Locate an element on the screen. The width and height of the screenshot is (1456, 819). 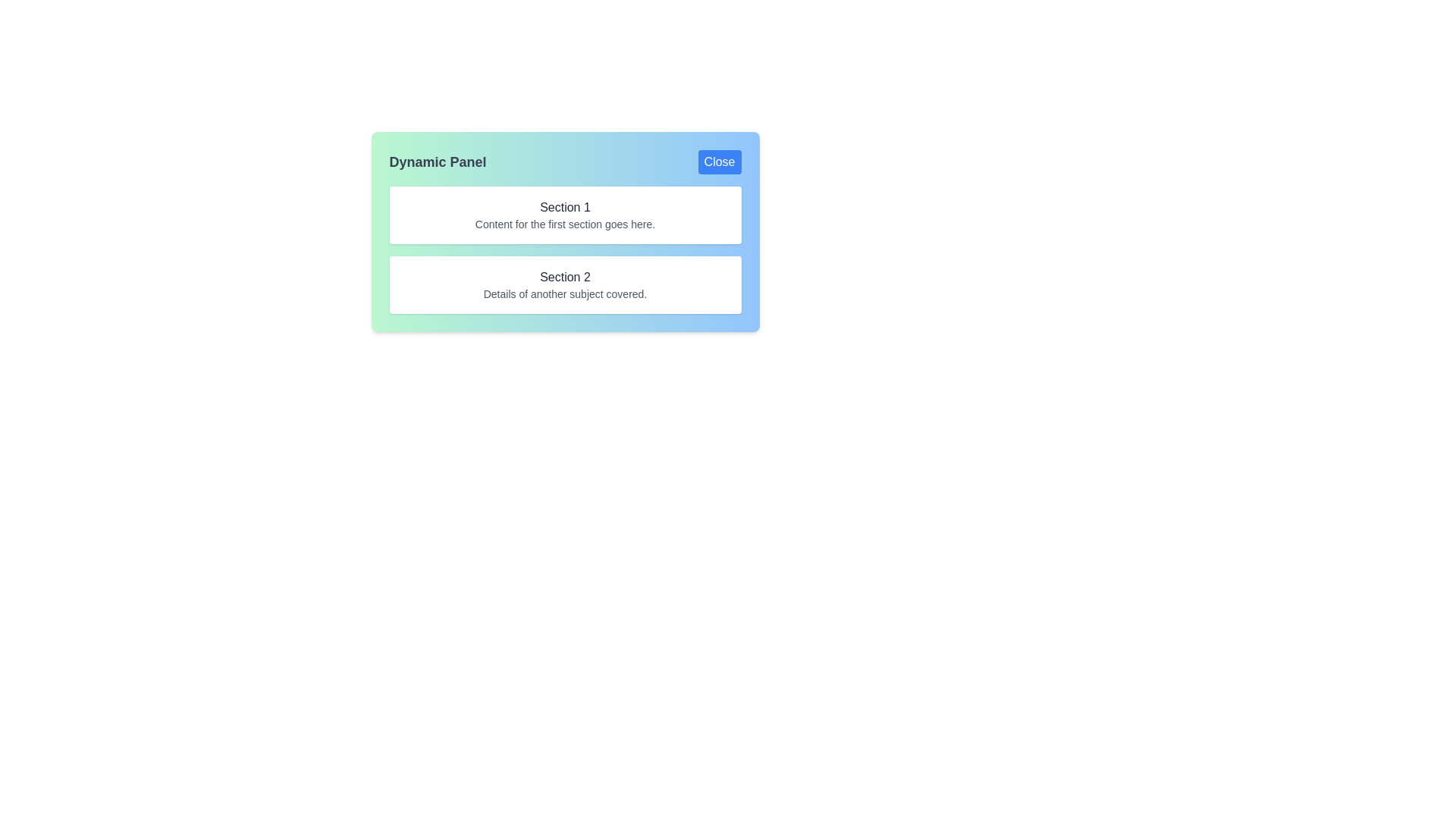
the text label displaying 'Section 2' which is styled in dark gray and is located in the middle-top part of the dynamic panel is located at coordinates (564, 278).